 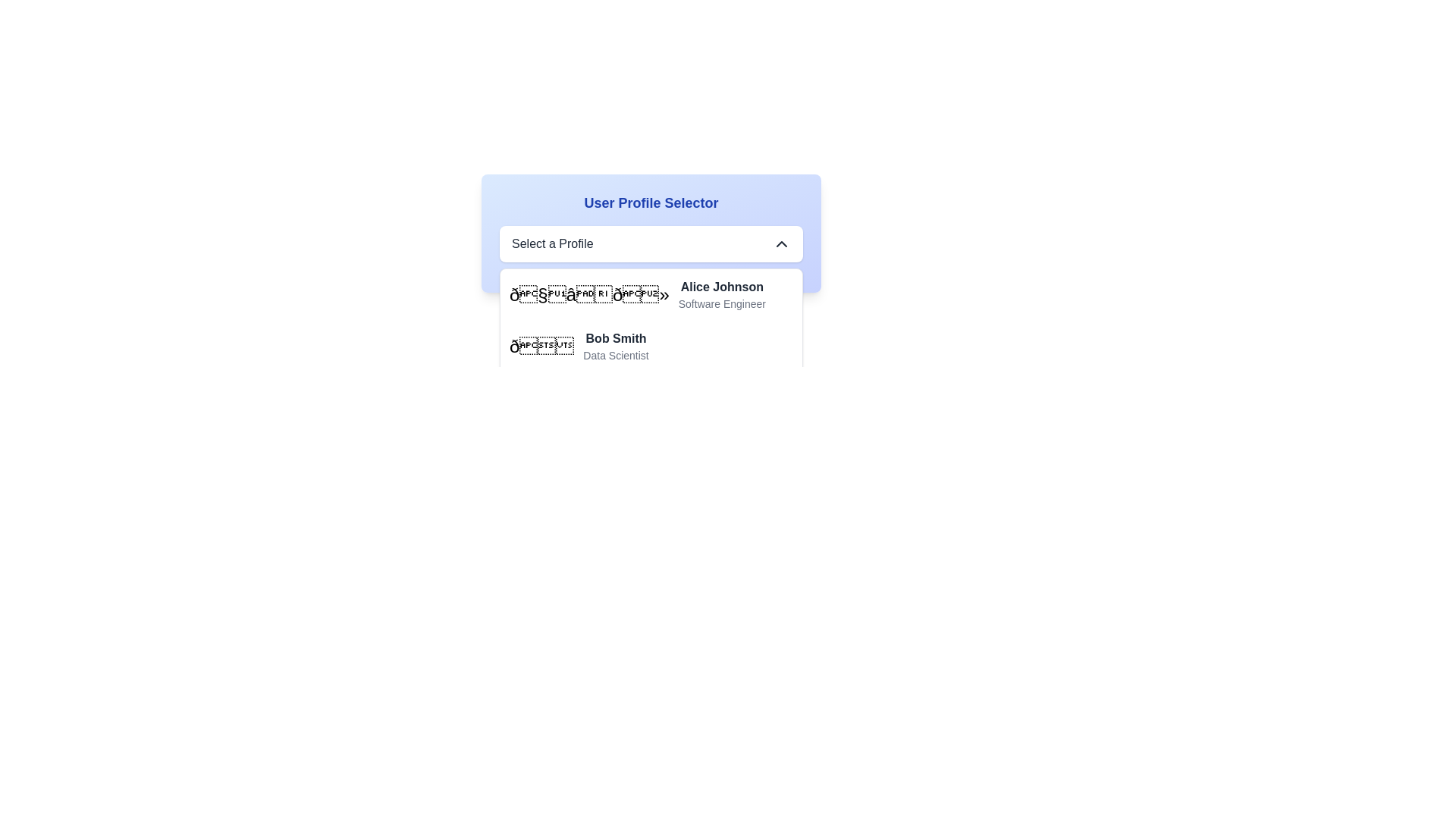 What do you see at coordinates (616, 356) in the screenshot?
I see `the 'Data Scientist' text label, which is styled in a smaller and lighter font and located beneath the name 'Bob Smith' in the user profile dropdown` at bounding box center [616, 356].